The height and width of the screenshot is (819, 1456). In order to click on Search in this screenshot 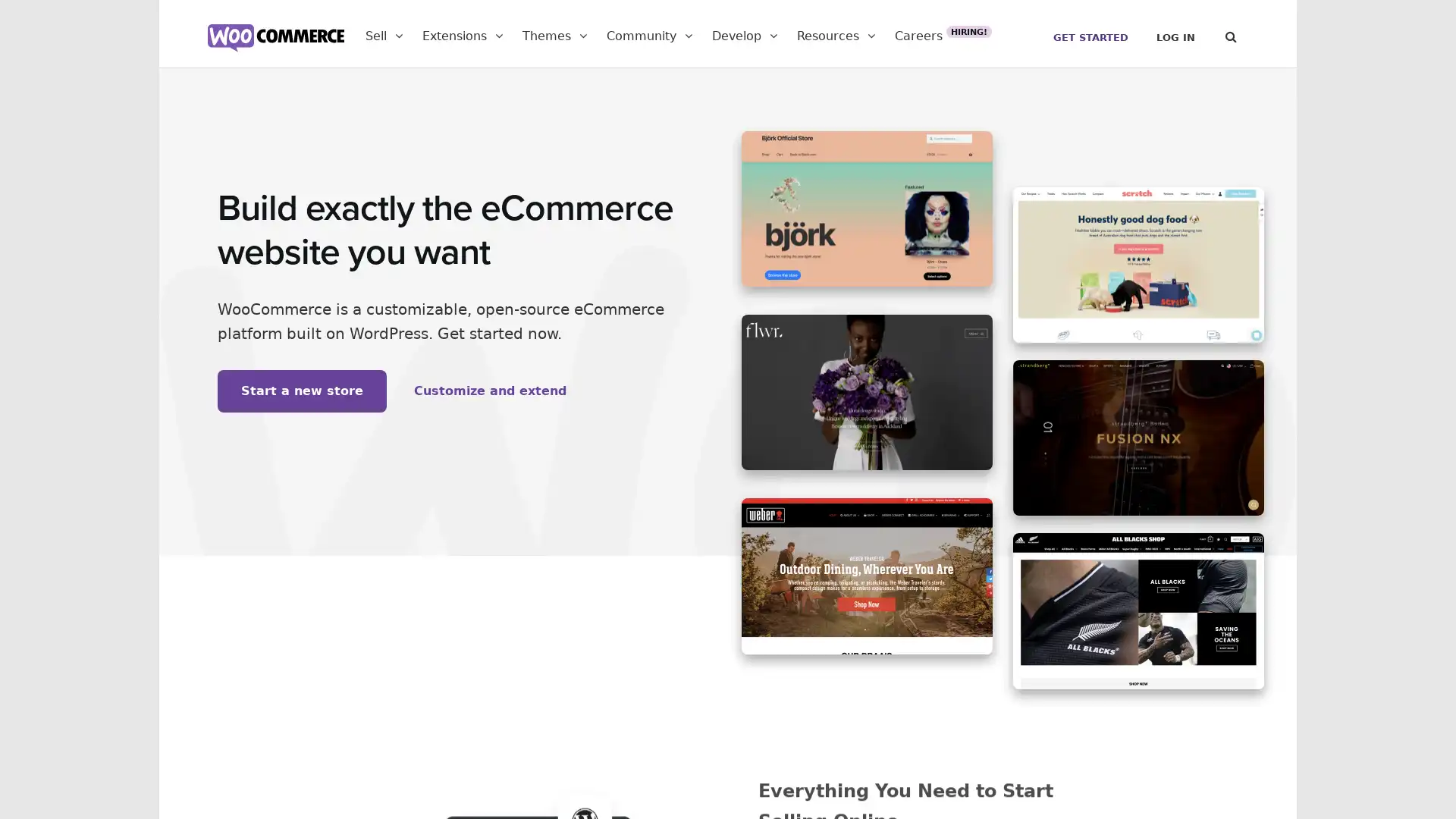, I will do `click(1231, 36)`.